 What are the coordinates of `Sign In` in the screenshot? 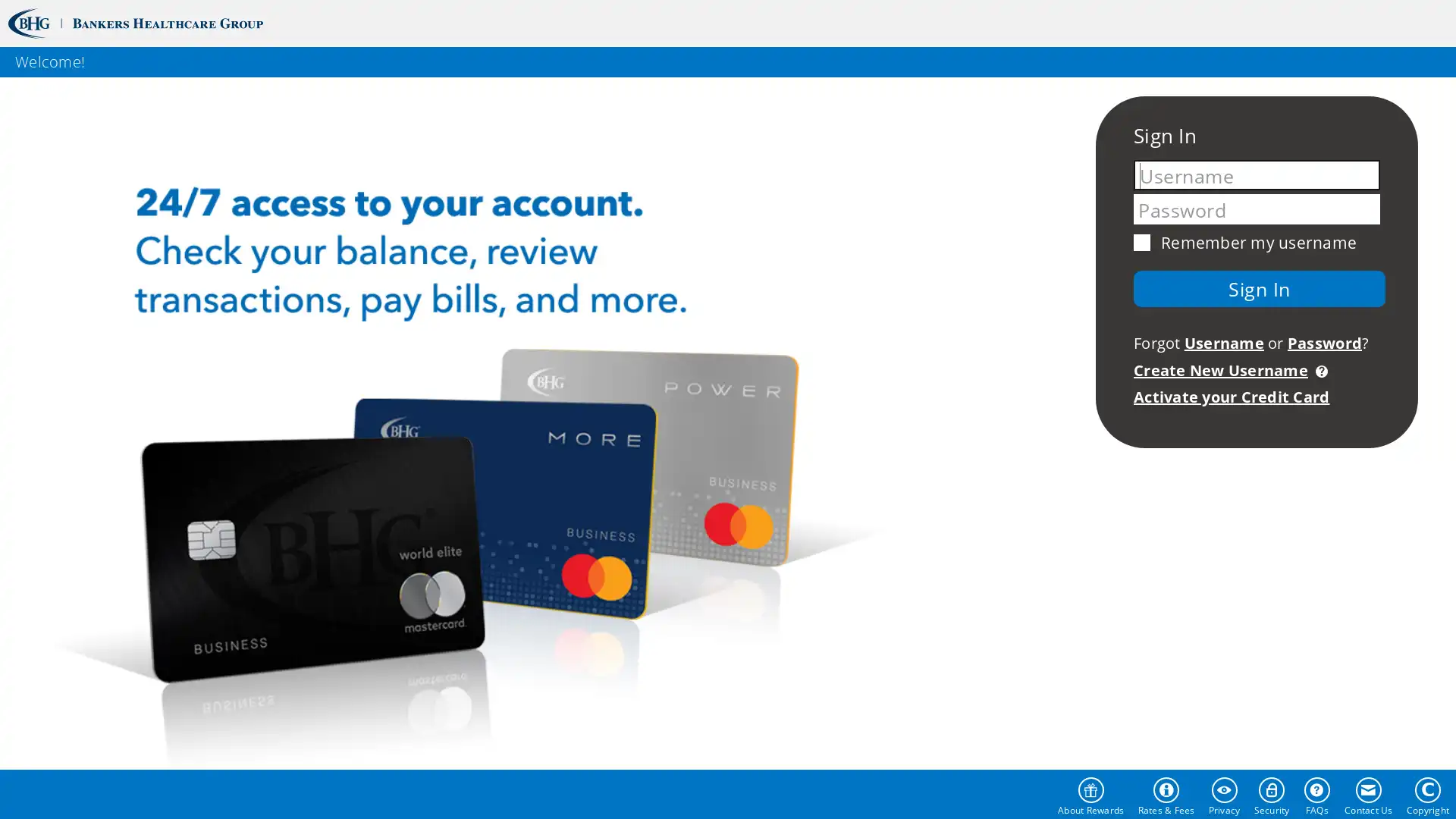 It's located at (1259, 288).